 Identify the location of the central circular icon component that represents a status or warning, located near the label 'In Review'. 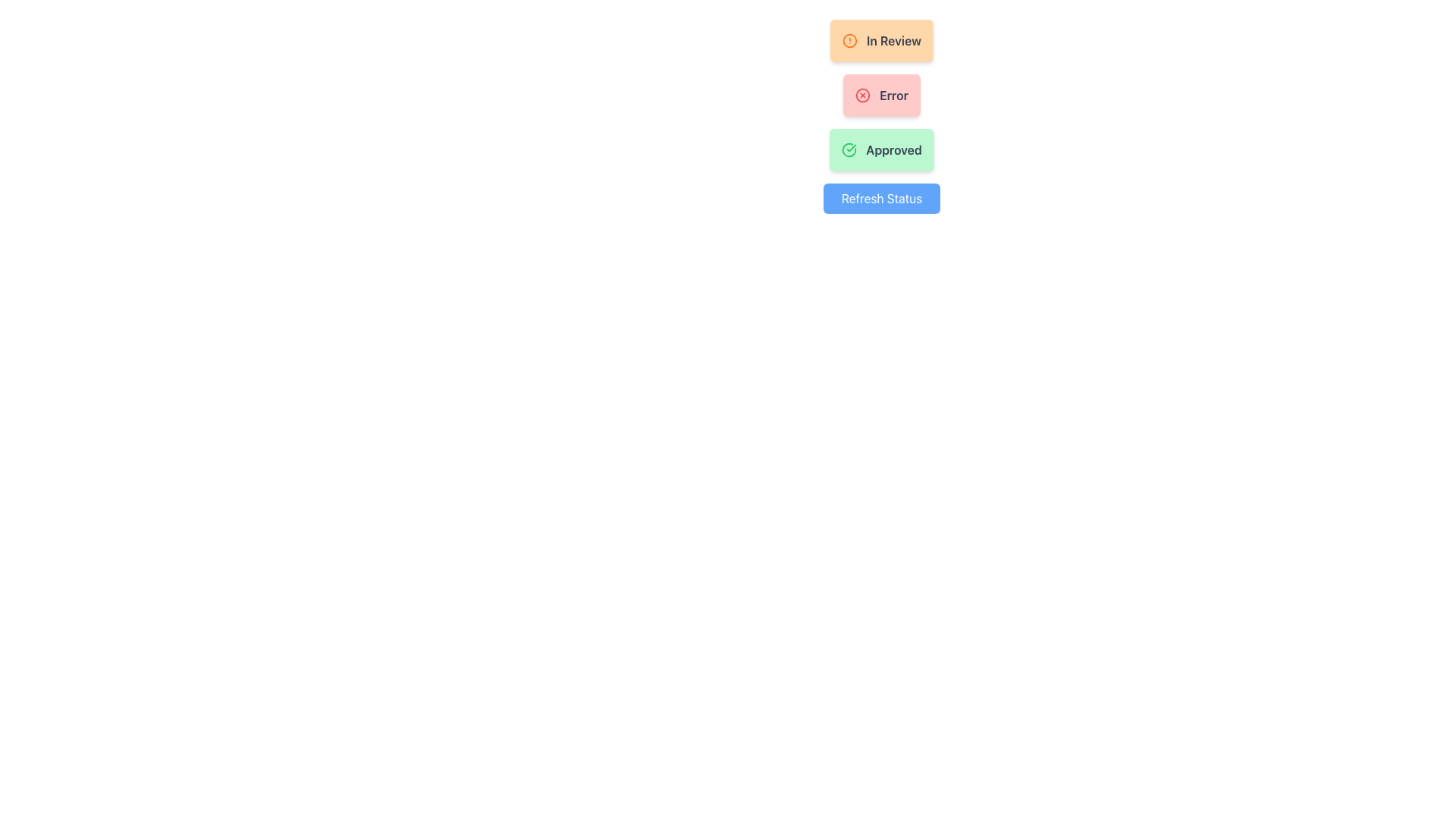
(850, 40).